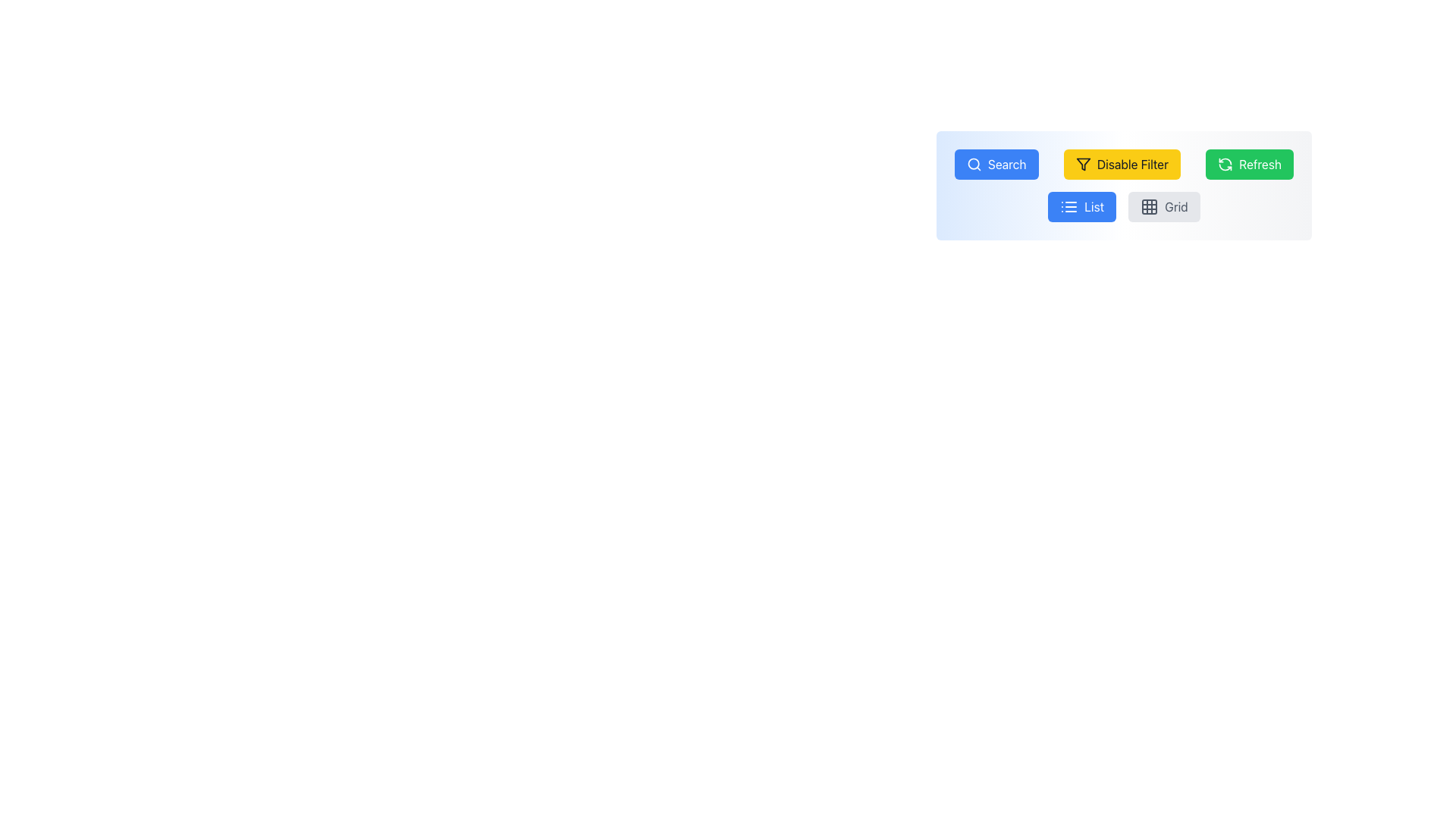 The height and width of the screenshot is (819, 1456). What do you see at coordinates (1007, 164) in the screenshot?
I see `text label that says 'Search' located in the blue button at the top-left corner of the toolbar, associated with the search functionality` at bounding box center [1007, 164].